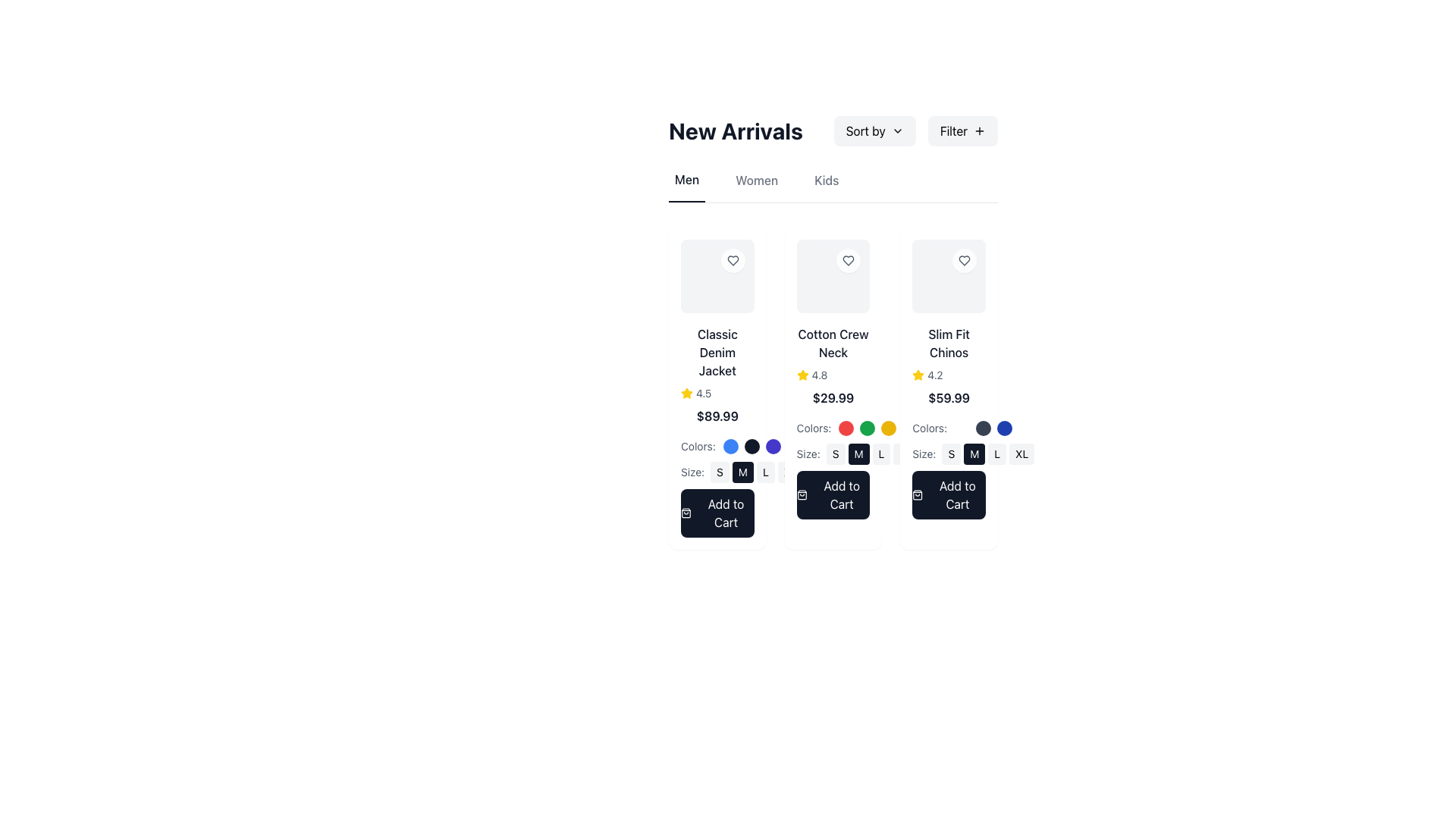  Describe the element at coordinates (833, 422) in the screenshot. I see `the color circle option in the 'Cotton Crew Neck' product card, which is the second product card under the 'New Arrivals' section` at that location.